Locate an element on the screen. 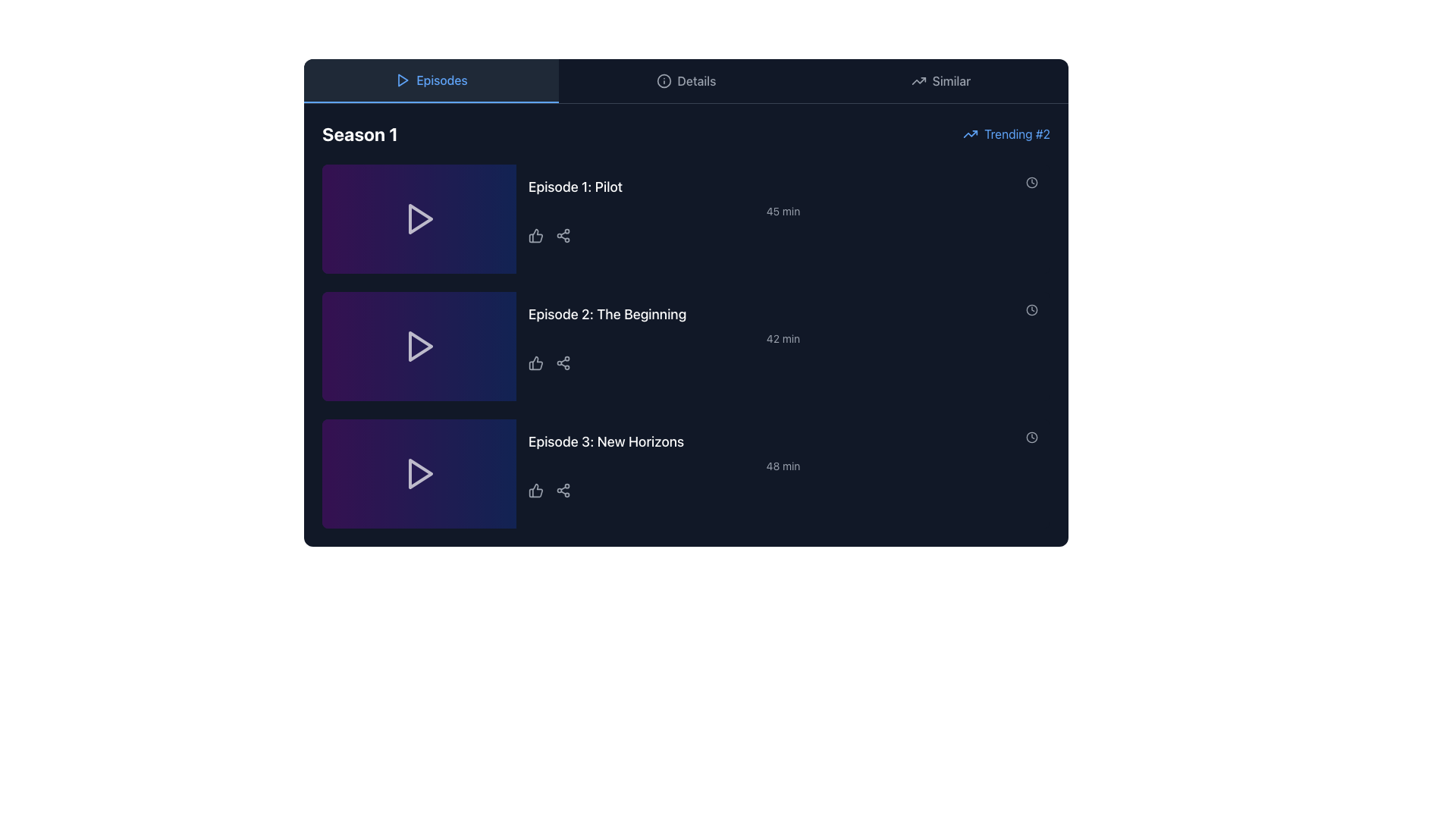 The height and width of the screenshot is (819, 1456). the circular gray clock icon located to the far right of the 'Episode 2: The Beginning' label is located at coordinates (1031, 309).